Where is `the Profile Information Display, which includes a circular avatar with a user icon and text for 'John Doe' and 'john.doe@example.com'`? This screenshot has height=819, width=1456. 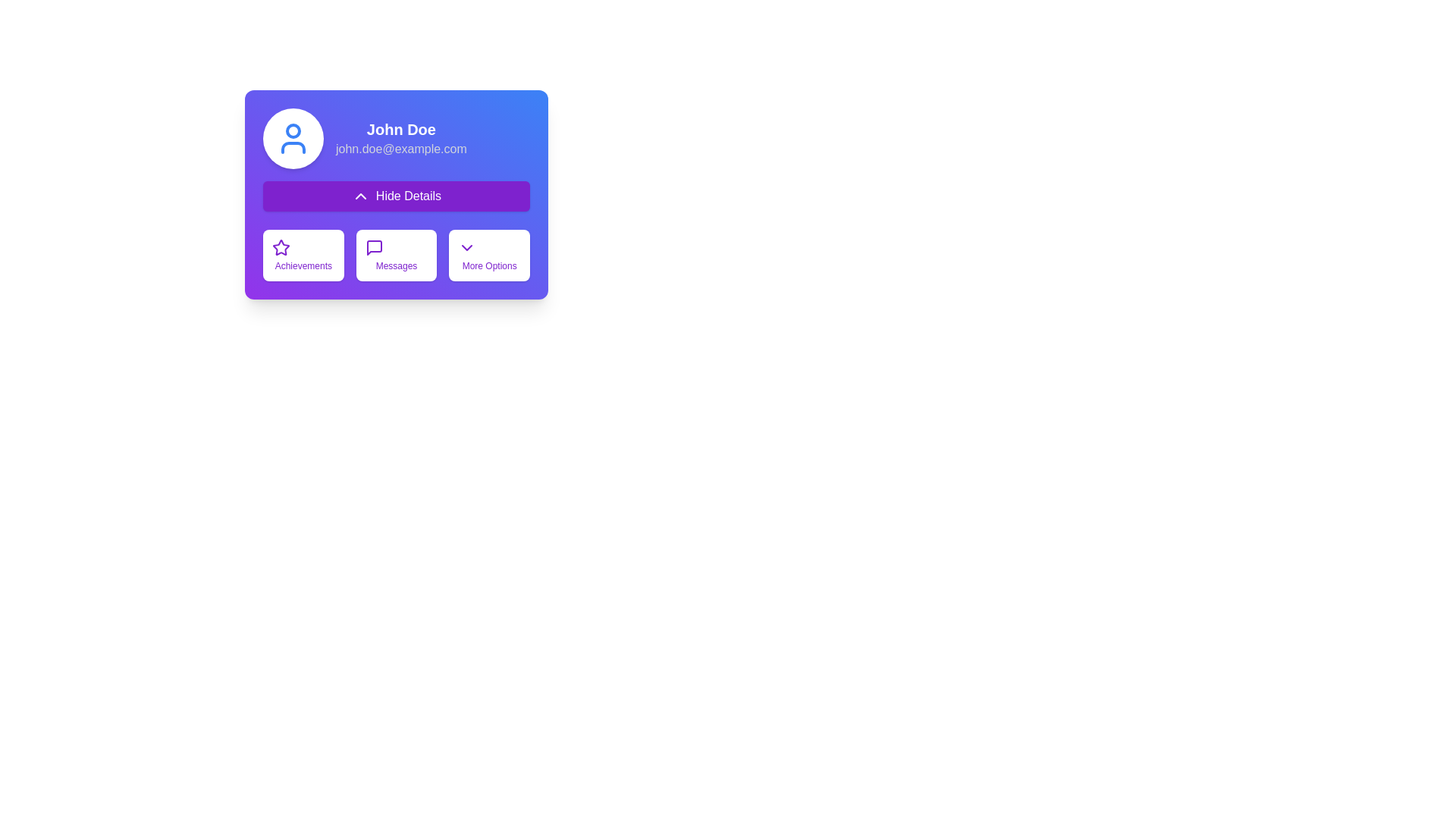 the Profile Information Display, which includes a circular avatar with a user icon and text for 'John Doe' and 'john.doe@example.com' is located at coordinates (397, 138).